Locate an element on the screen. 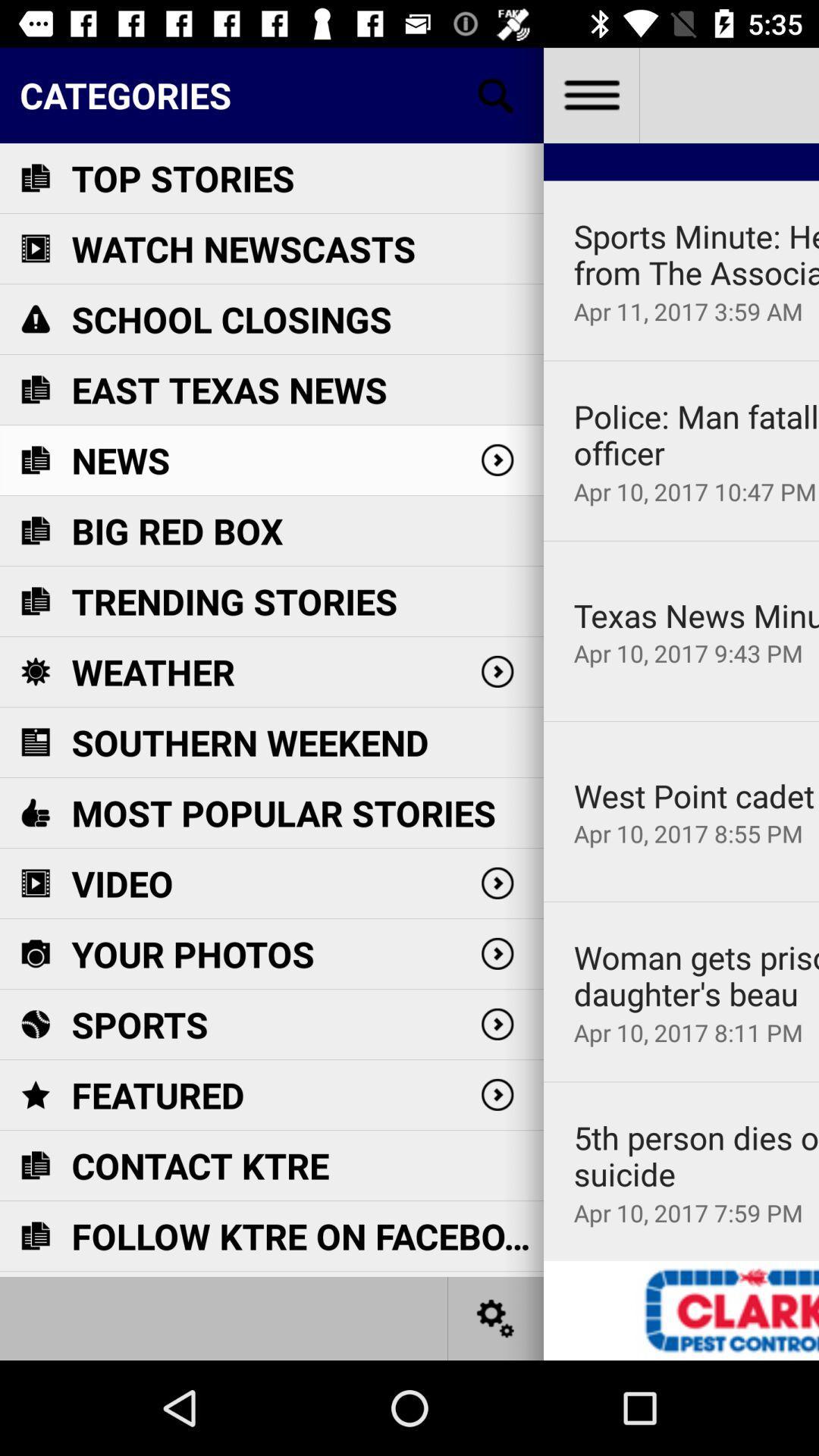 This screenshot has width=819, height=1456. seventh icon which is below categories is located at coordinates (34, 600).